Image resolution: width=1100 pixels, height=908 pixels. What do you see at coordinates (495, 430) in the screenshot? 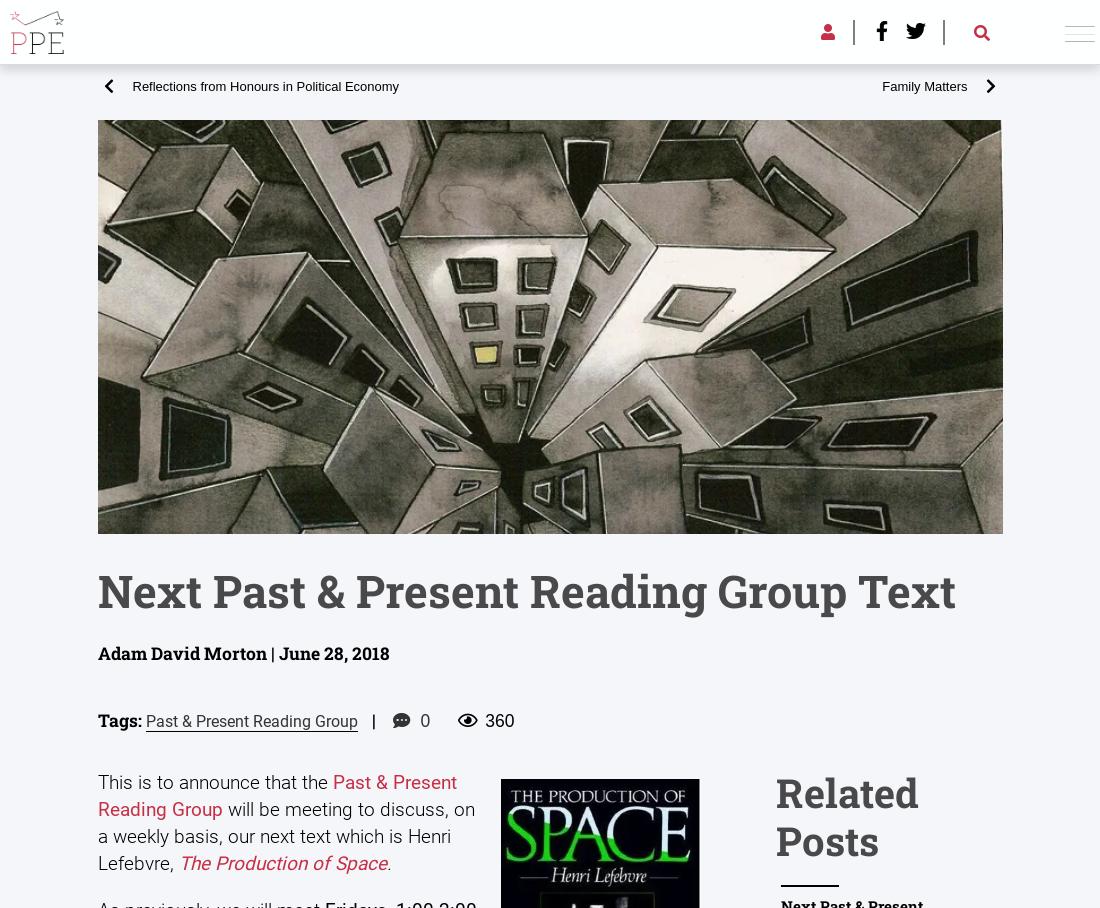
I see `'Adam David Morton'` at bounding box center [495, 430].